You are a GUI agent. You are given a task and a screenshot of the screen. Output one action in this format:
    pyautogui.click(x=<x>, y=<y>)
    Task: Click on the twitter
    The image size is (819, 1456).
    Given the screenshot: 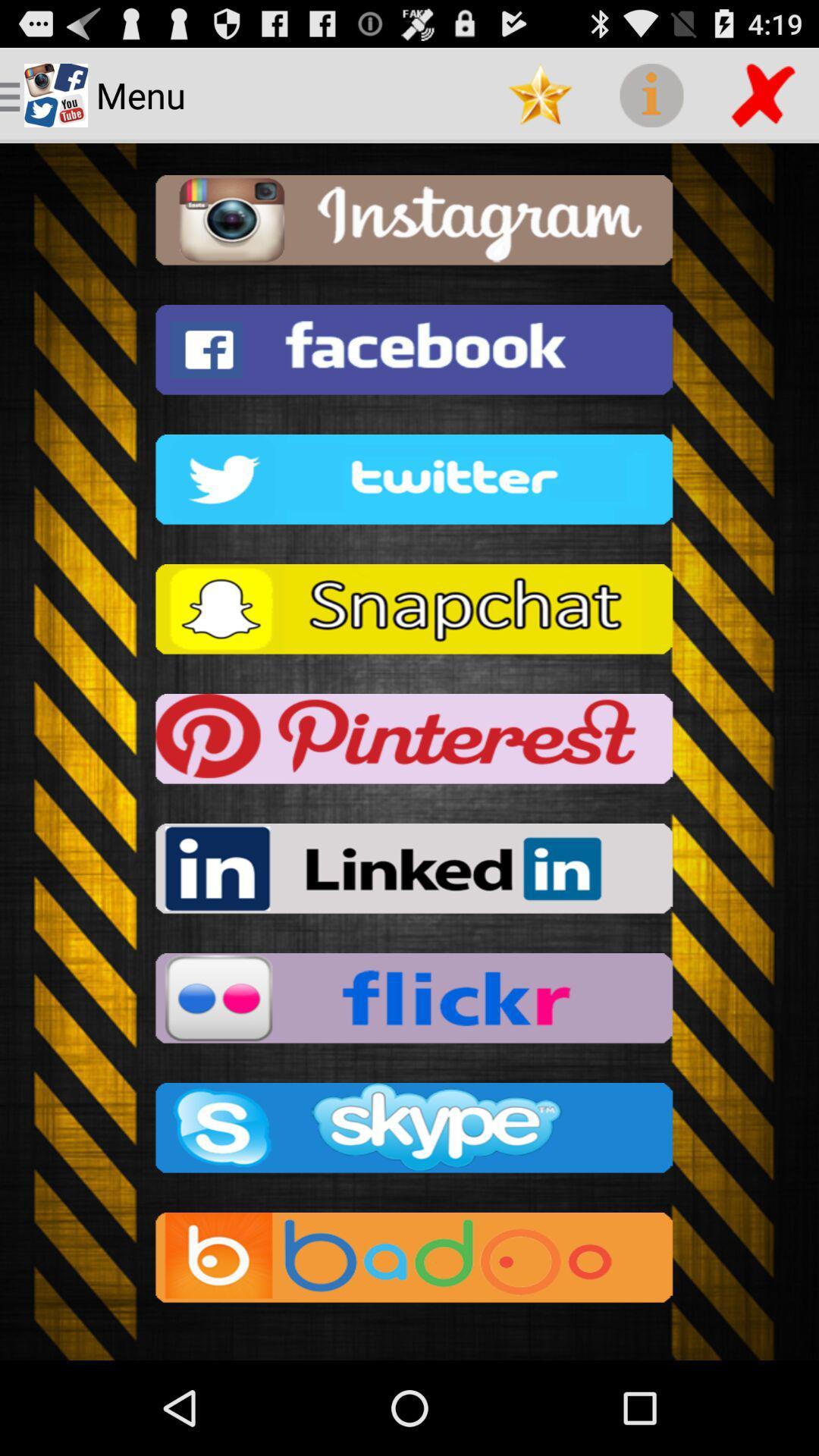 What is the action you would take?
    pyautogui.click(x=409, y=483)
    